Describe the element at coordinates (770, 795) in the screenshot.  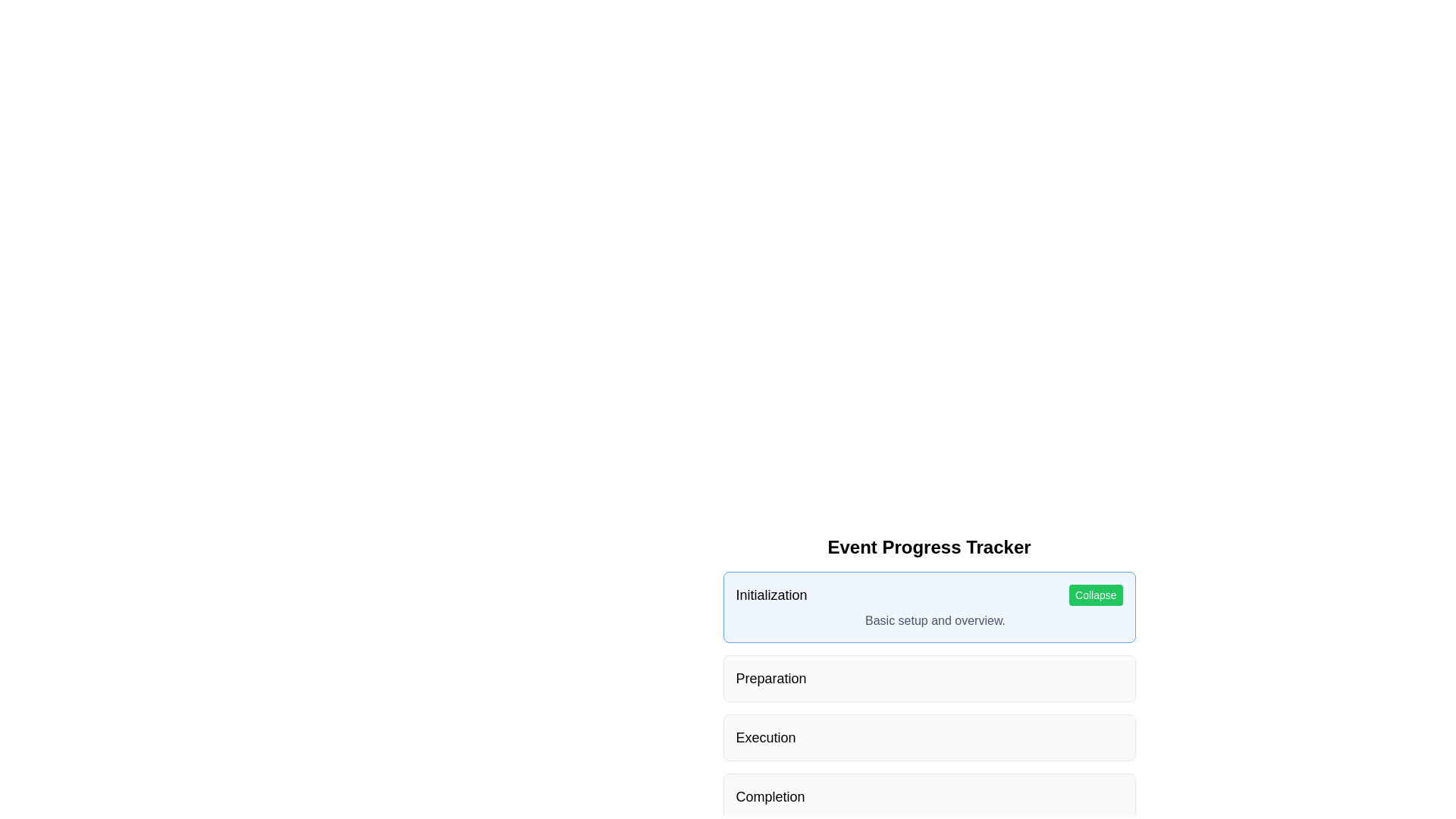
I see `the static text label that serves as the header for the 'Completion' stage of the progress tracker` at that location.